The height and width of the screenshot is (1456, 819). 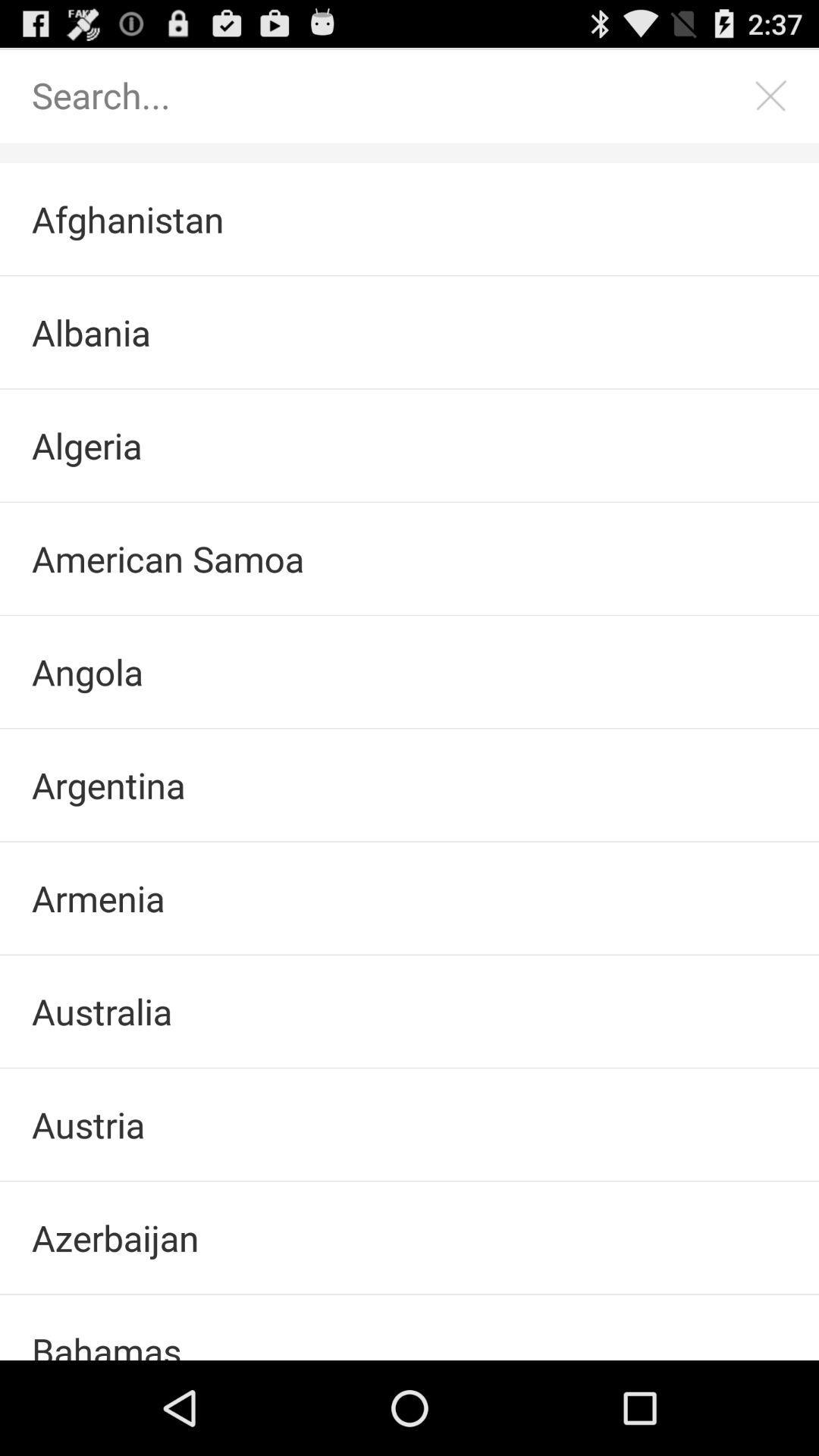 What do you see at coordinates (409, 218) in the screenshot?
I see `afghanistan` at bounding box center [409, 218].